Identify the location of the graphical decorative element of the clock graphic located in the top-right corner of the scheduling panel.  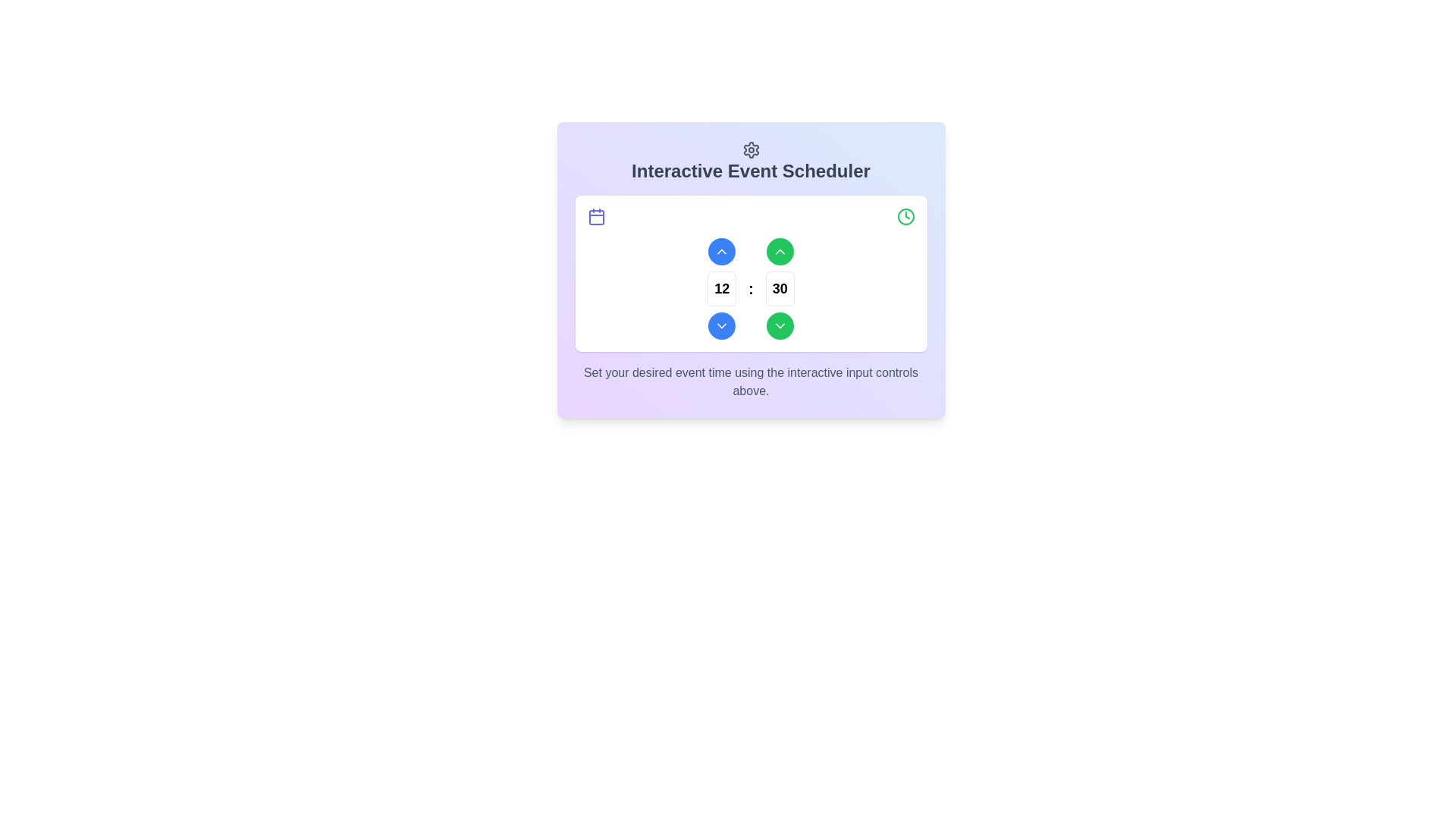
(905, 216).